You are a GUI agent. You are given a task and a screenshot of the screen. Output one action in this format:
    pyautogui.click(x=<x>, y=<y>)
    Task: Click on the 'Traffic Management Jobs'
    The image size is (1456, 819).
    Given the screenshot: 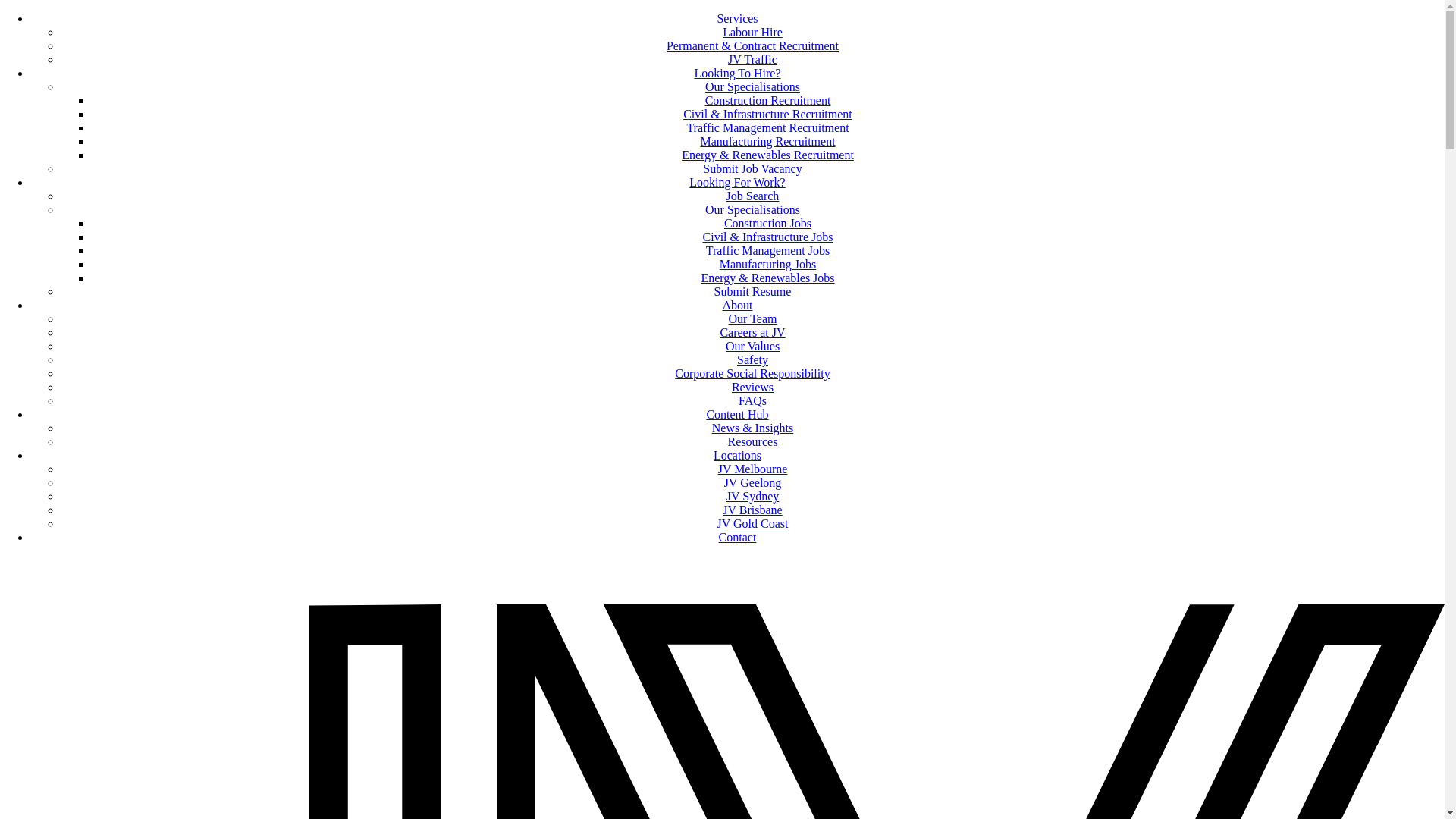 What is the action you would take?
    pyautogui.click(x=705, y=249)
    